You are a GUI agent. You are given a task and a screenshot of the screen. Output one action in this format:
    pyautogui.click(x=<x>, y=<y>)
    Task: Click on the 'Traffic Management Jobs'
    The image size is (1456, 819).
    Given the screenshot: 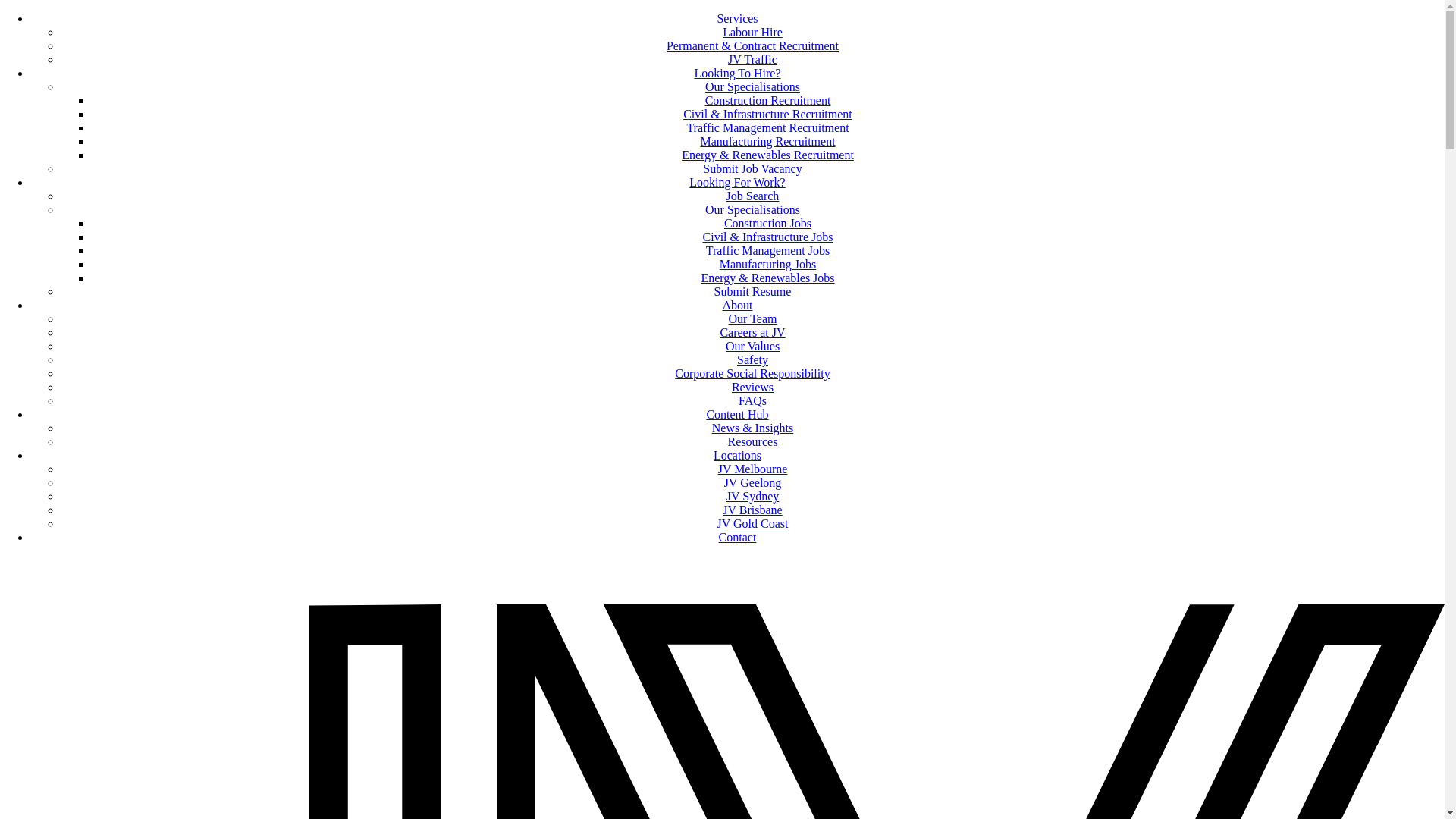 What is the action you would take?
    pyautogui.click(x=705, y=249)
    